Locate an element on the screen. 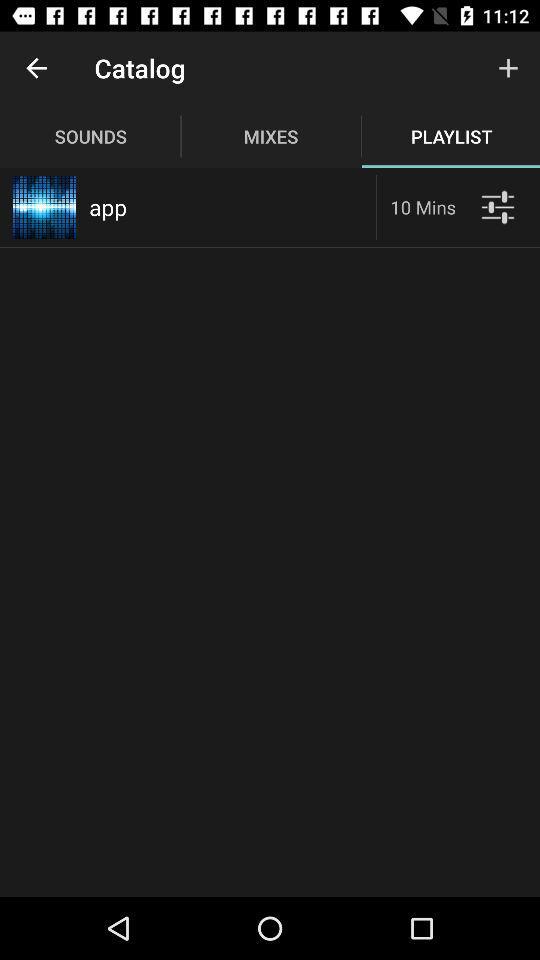 The image size is (540, 960). filters is located at coordinates (496, 207).